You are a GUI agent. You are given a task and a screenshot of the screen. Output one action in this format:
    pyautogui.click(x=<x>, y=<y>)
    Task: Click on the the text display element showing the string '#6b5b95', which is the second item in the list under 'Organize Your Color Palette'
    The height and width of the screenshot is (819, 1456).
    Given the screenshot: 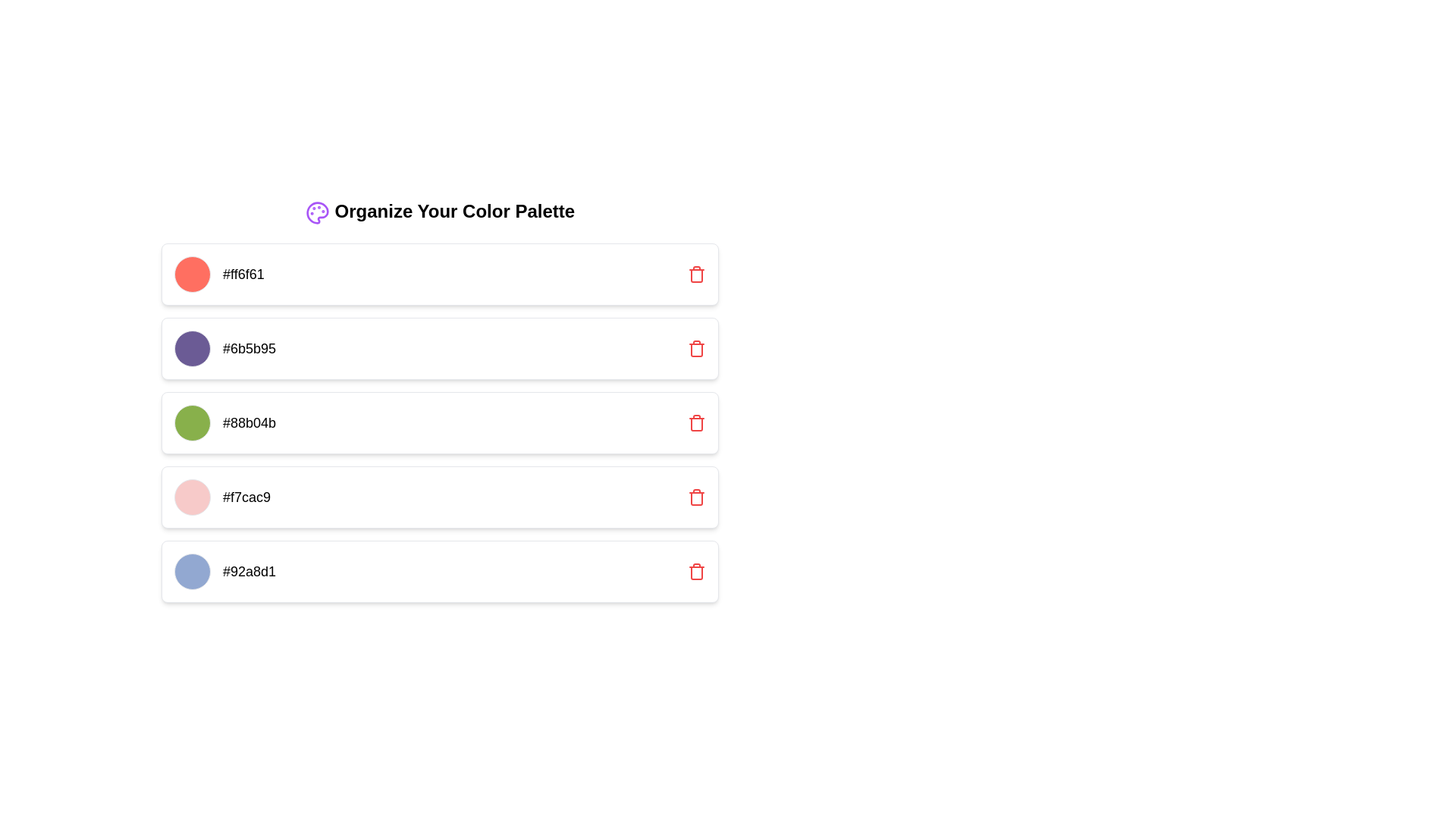 What is the action you would take?
    pyautogui.click(x=249, y=348)
    